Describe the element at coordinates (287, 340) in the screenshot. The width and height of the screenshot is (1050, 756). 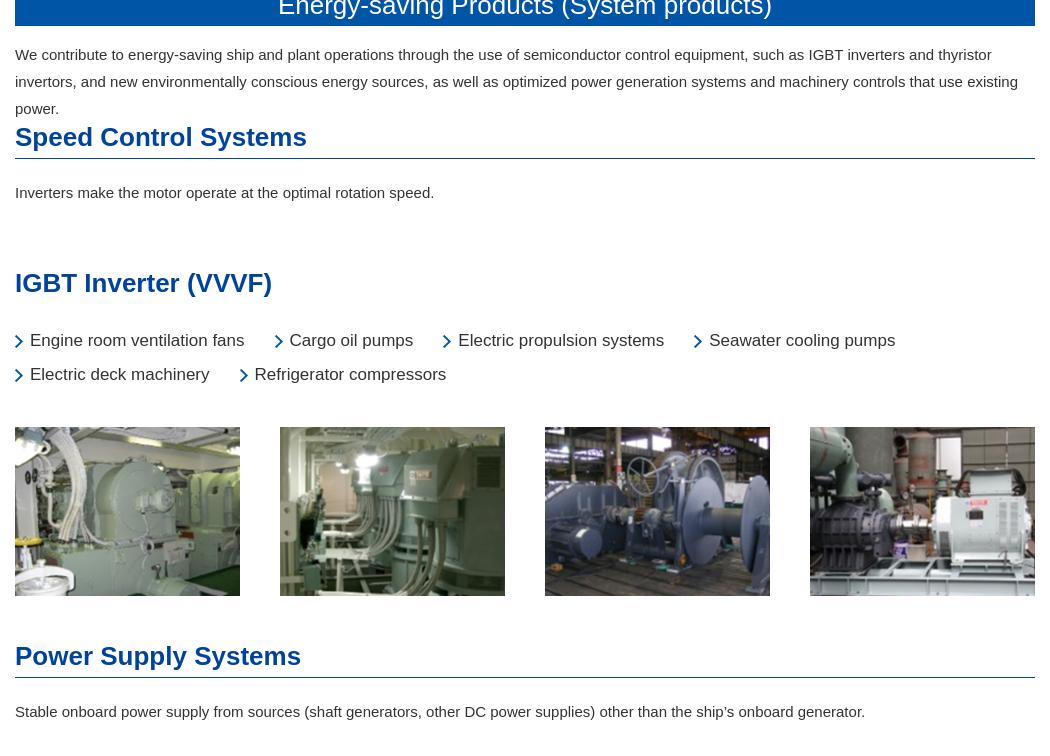
I see `'Cargo oil pumps'` at that location.